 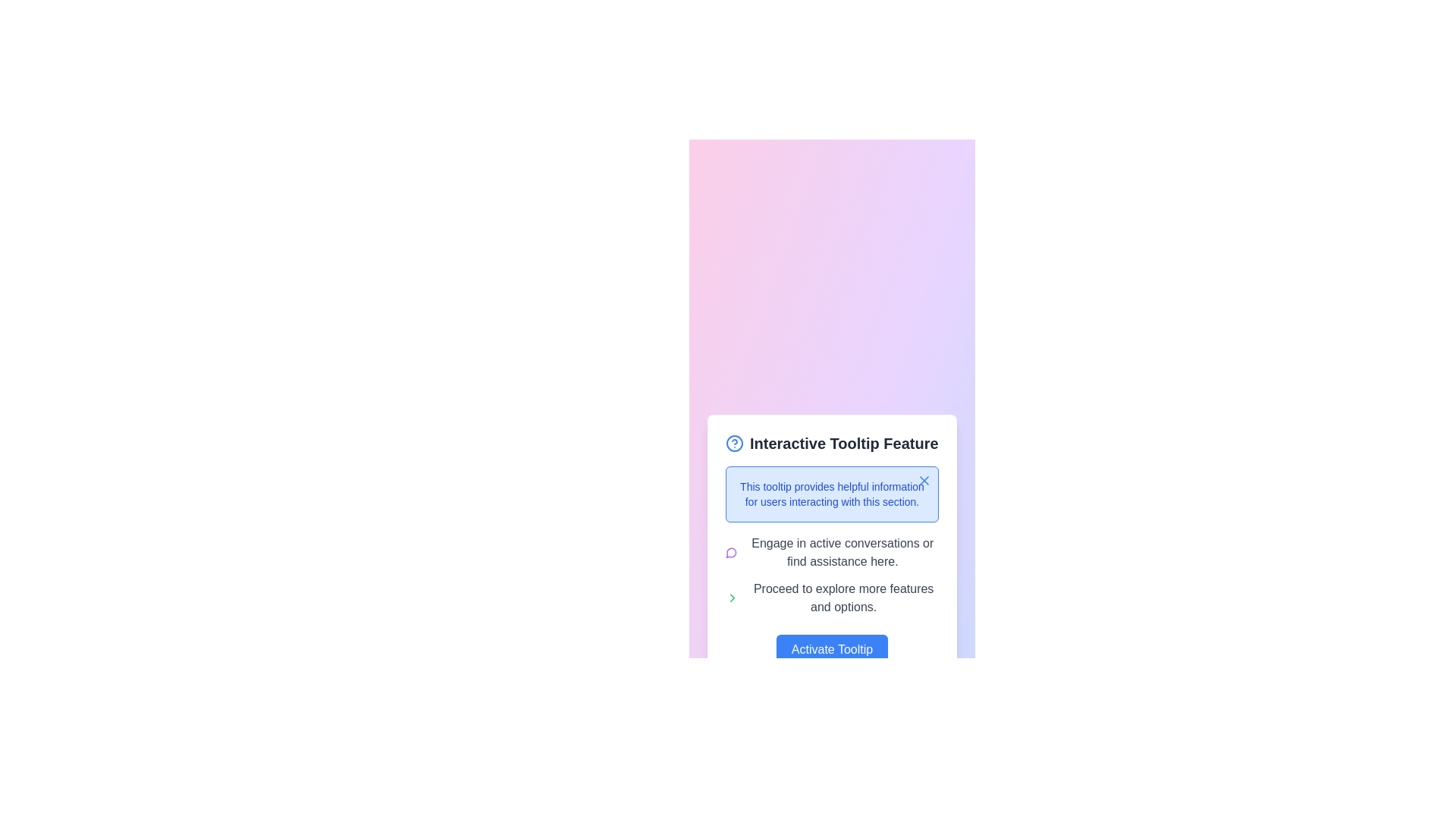 What do you see at coordinates (733, 598) in the screenshot?
I see `the green rightward chevron icon, which is a small triangular-arrow shape outlined in green, positioned to the left of the text 'Proceed to explore more features and options.'` at bounding box center [733, 598].